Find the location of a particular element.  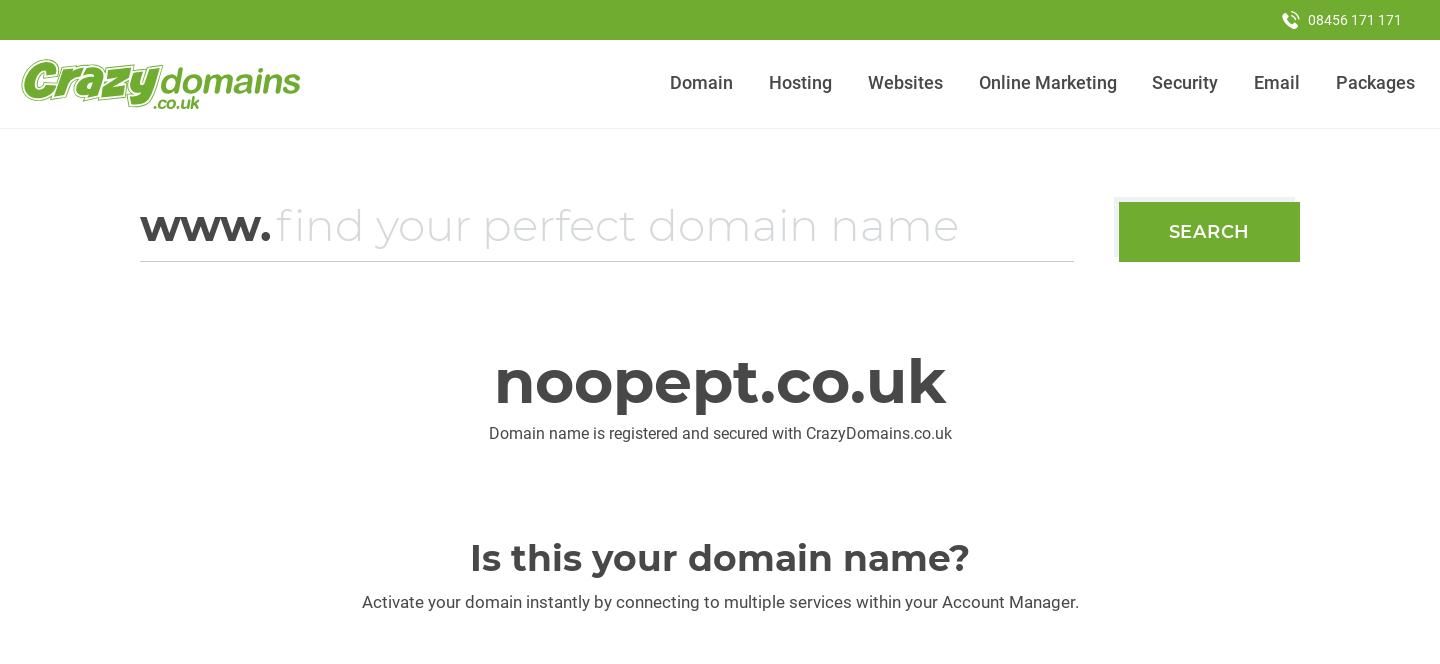

'Domain' is located at coordinates (701, 83).